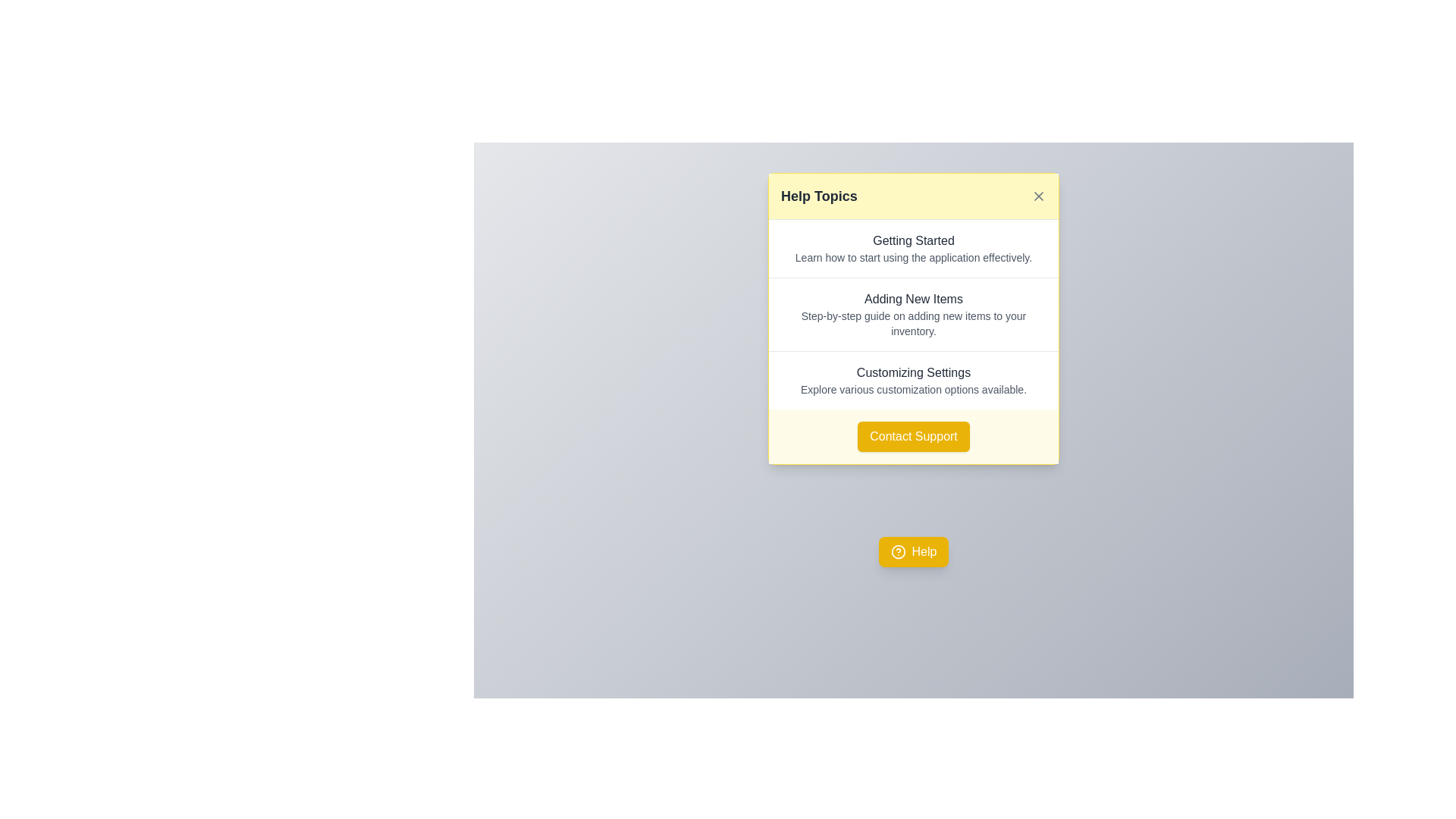 The width and height of the screenshot is (1456, 819). I want to click on the yellow button labeled 'Contact Support', so click(912, 436).